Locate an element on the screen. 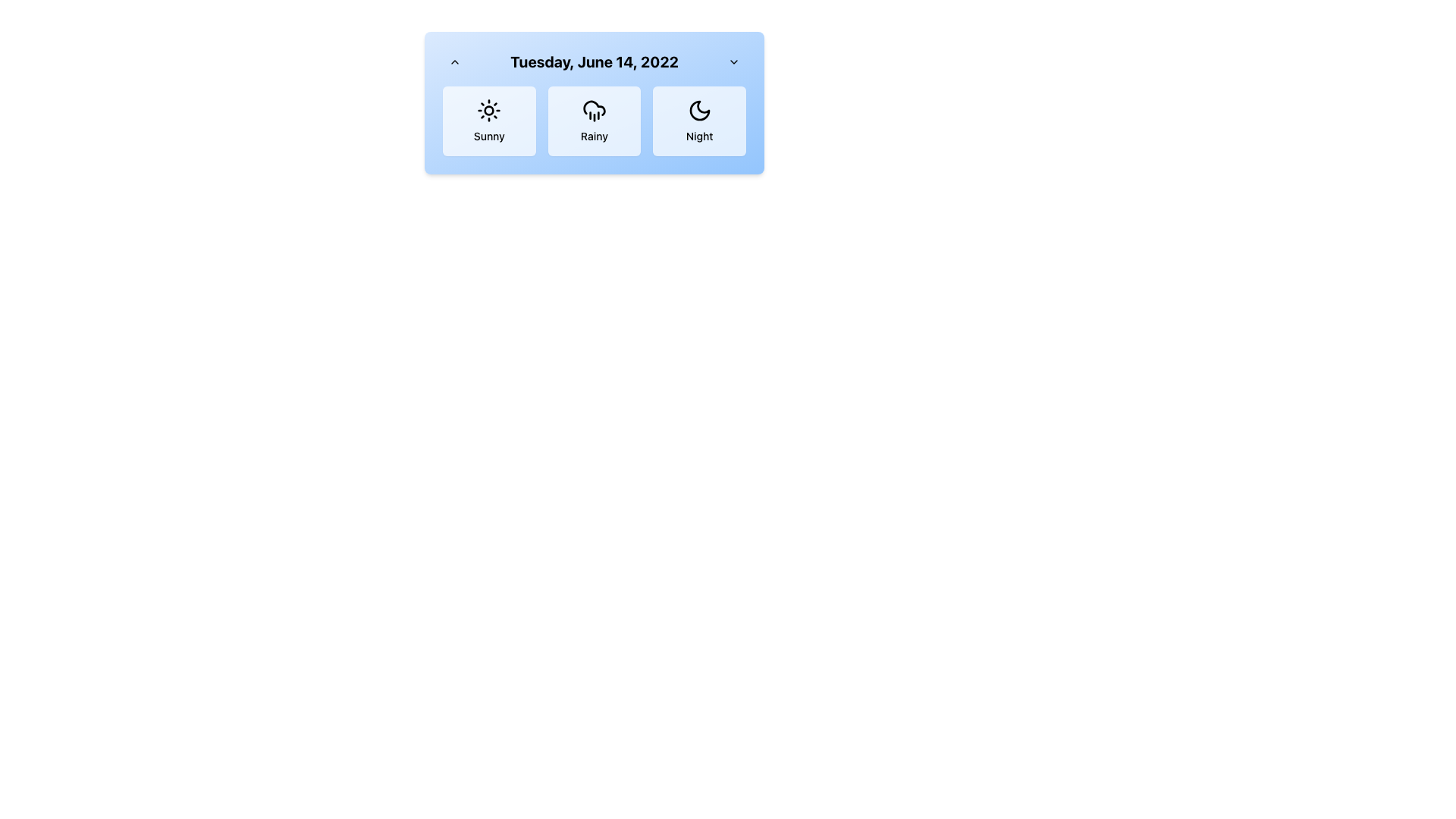  the Grid layout containing icon-based weather representations that shows 'Sunny', 'Rainy', and 'Night' conditions, positioned below the date title 'Tuesday, June 14, 2022' is located at coordinates (593, 120).